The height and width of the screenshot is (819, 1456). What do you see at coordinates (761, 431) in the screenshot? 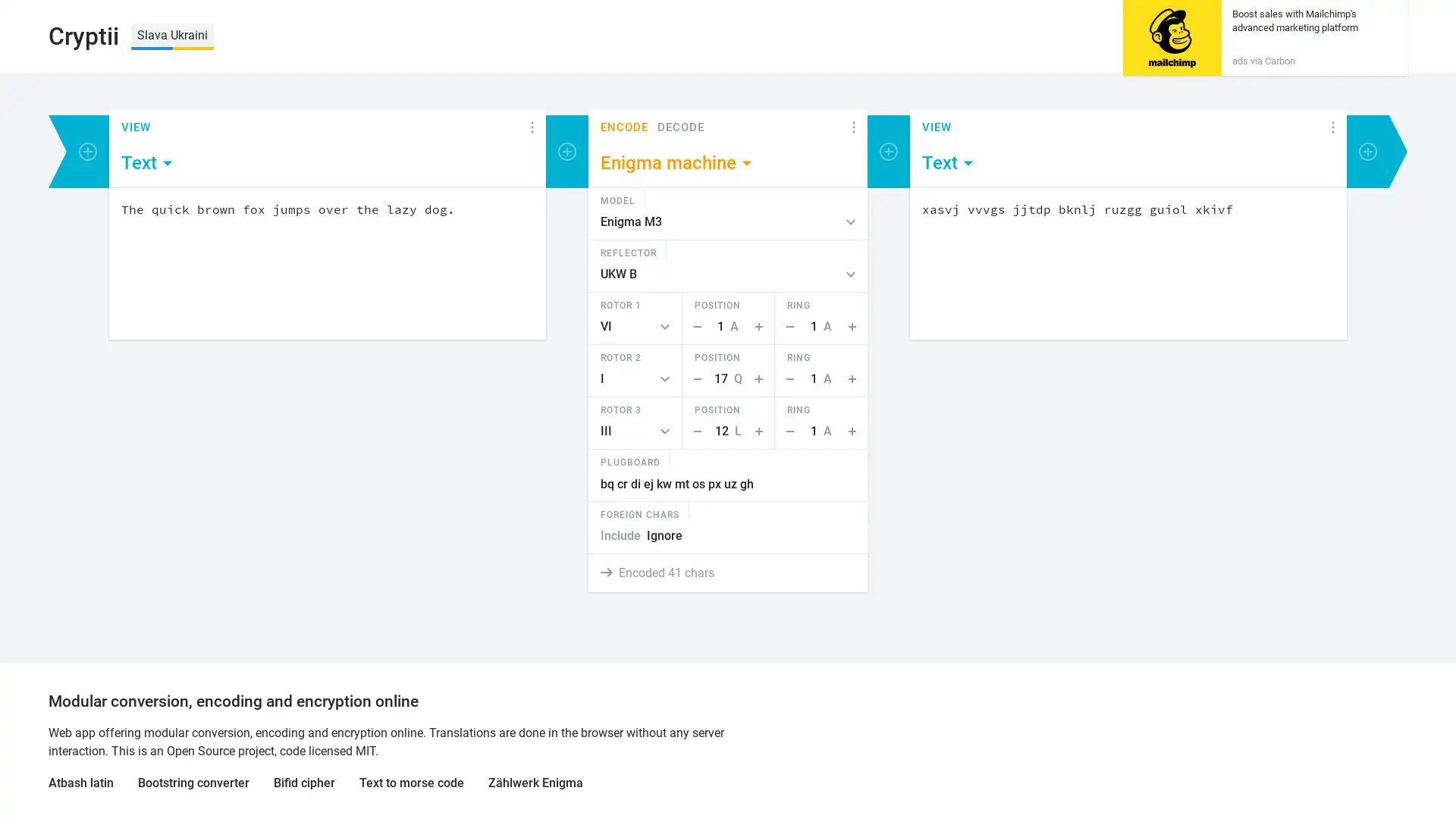
I see `Step Up` at bounding box center [761, 431].